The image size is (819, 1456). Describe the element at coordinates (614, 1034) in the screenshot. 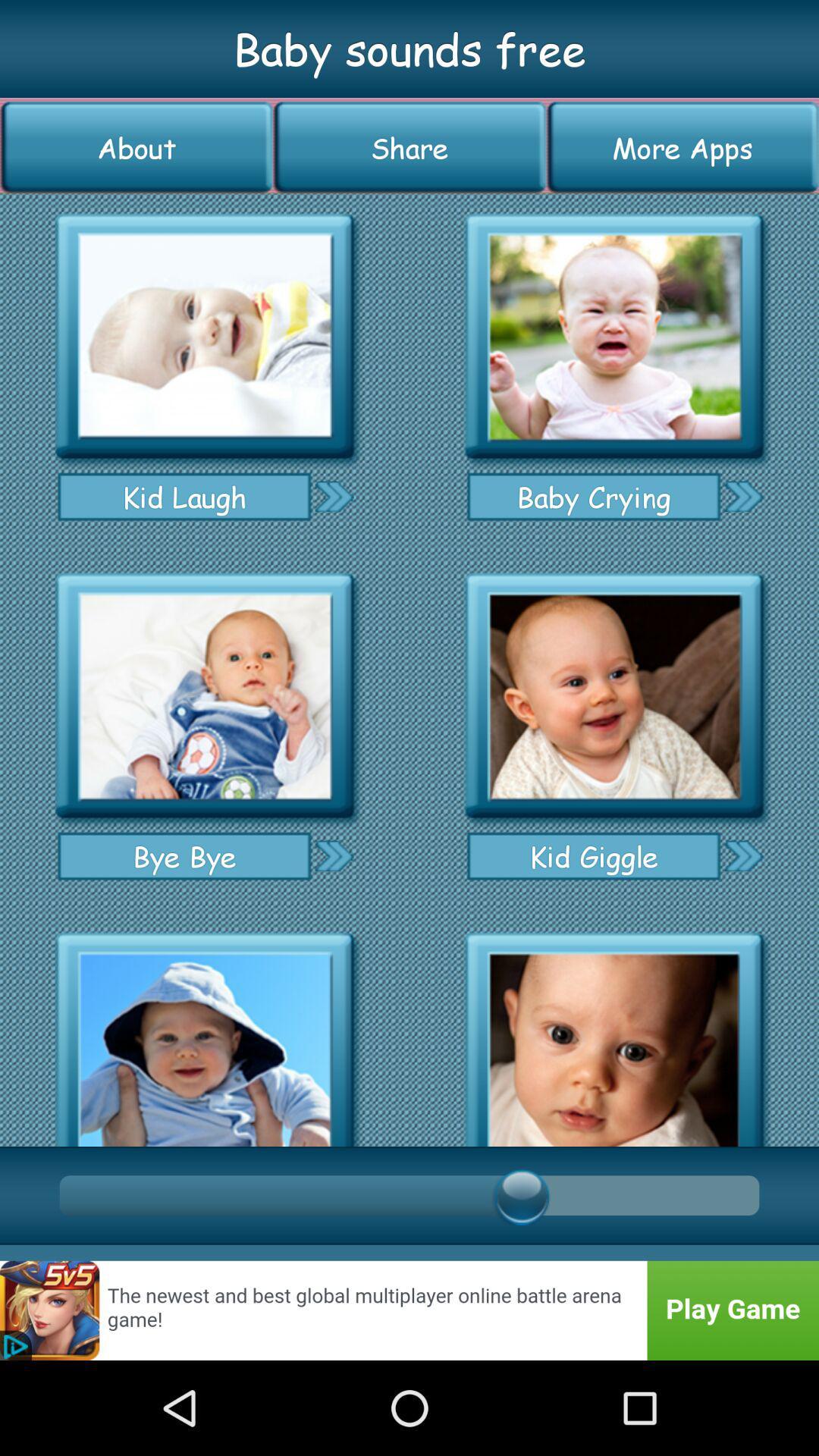

I see `open sound file` at that location.